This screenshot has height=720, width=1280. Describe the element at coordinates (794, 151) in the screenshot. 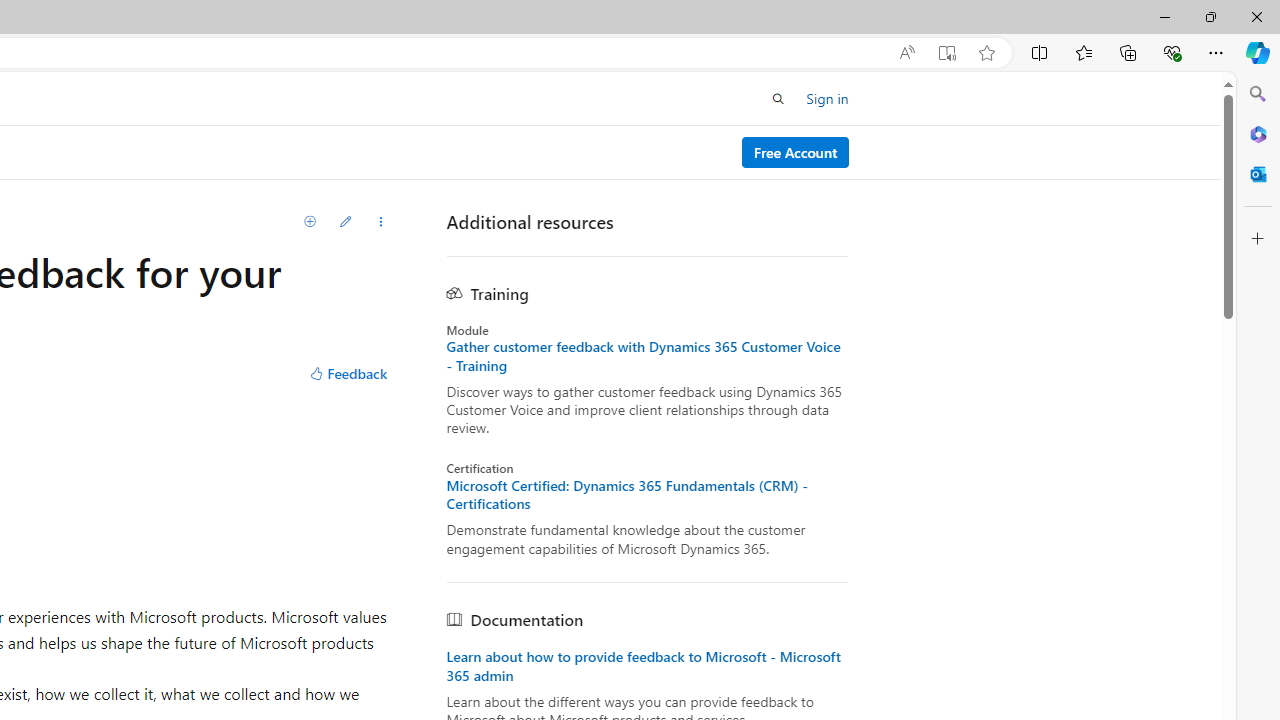

I see `'Free Account'` at that location.